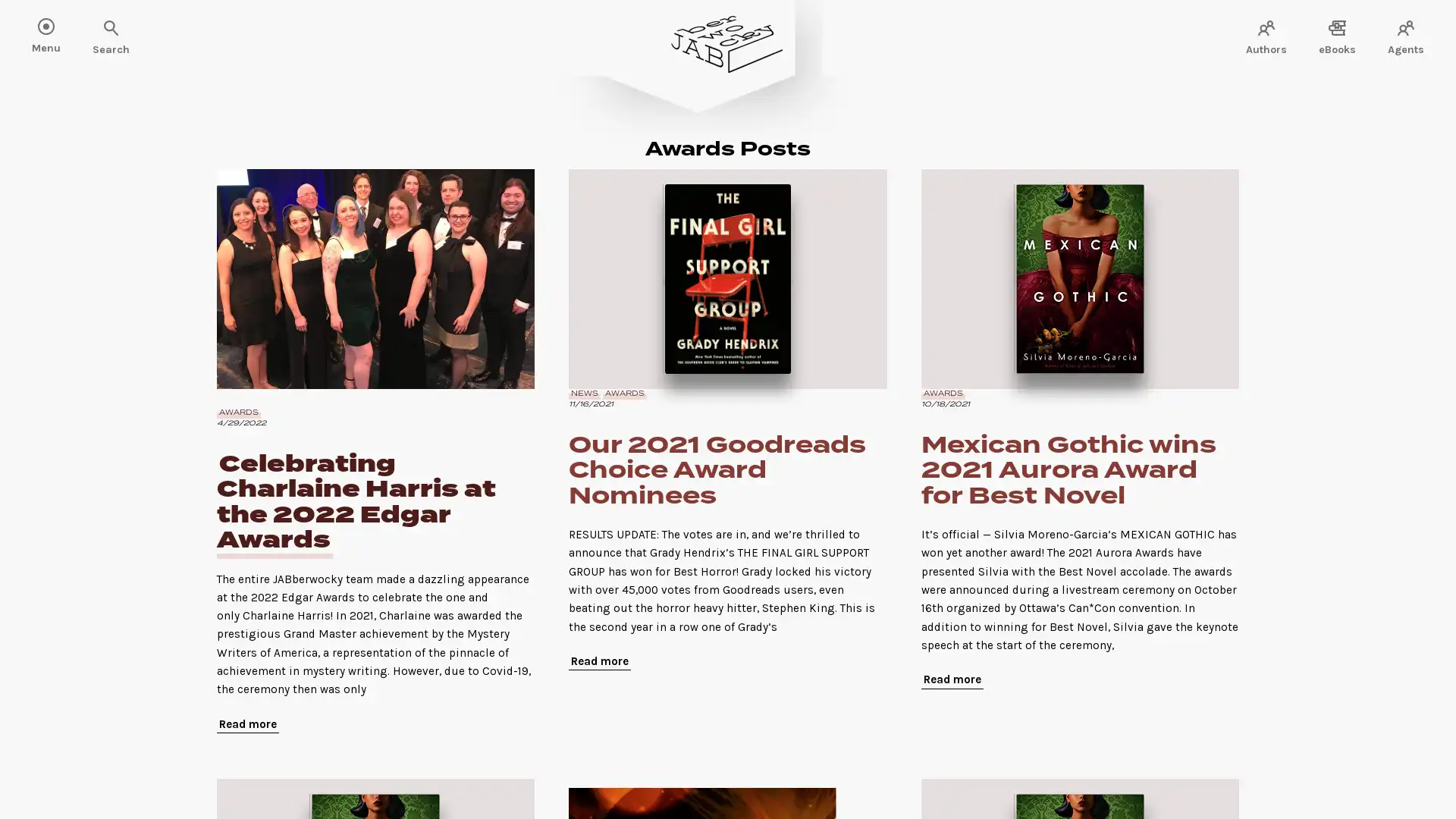 This screenshot has height=819, width=1456. Describe the element at coordinates (61, 29) in the screenshot. I see `Search` at that location.